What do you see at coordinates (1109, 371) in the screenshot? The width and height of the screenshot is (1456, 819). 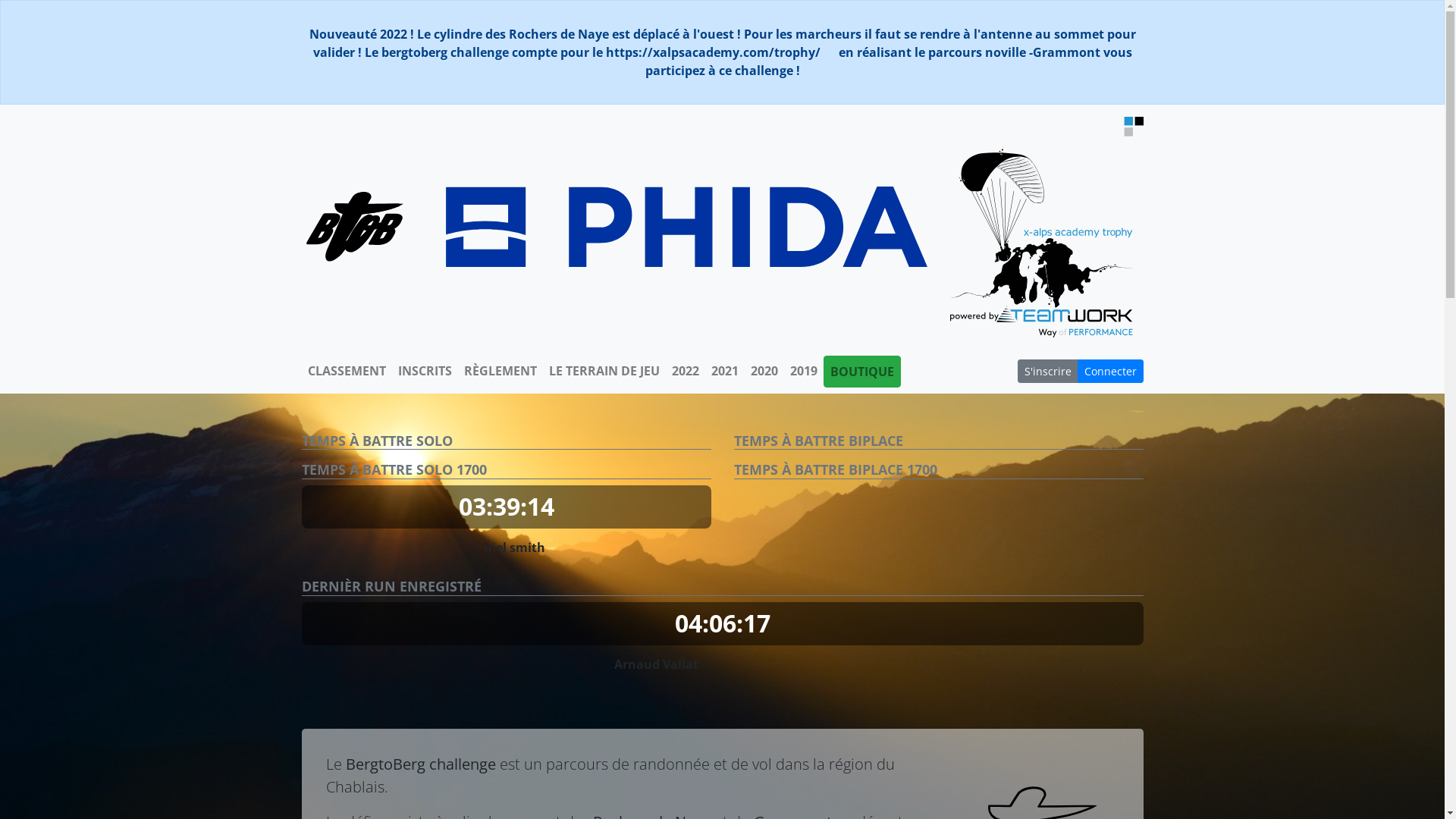 I see `'Connecter'` at bounding box center [1109, 371].